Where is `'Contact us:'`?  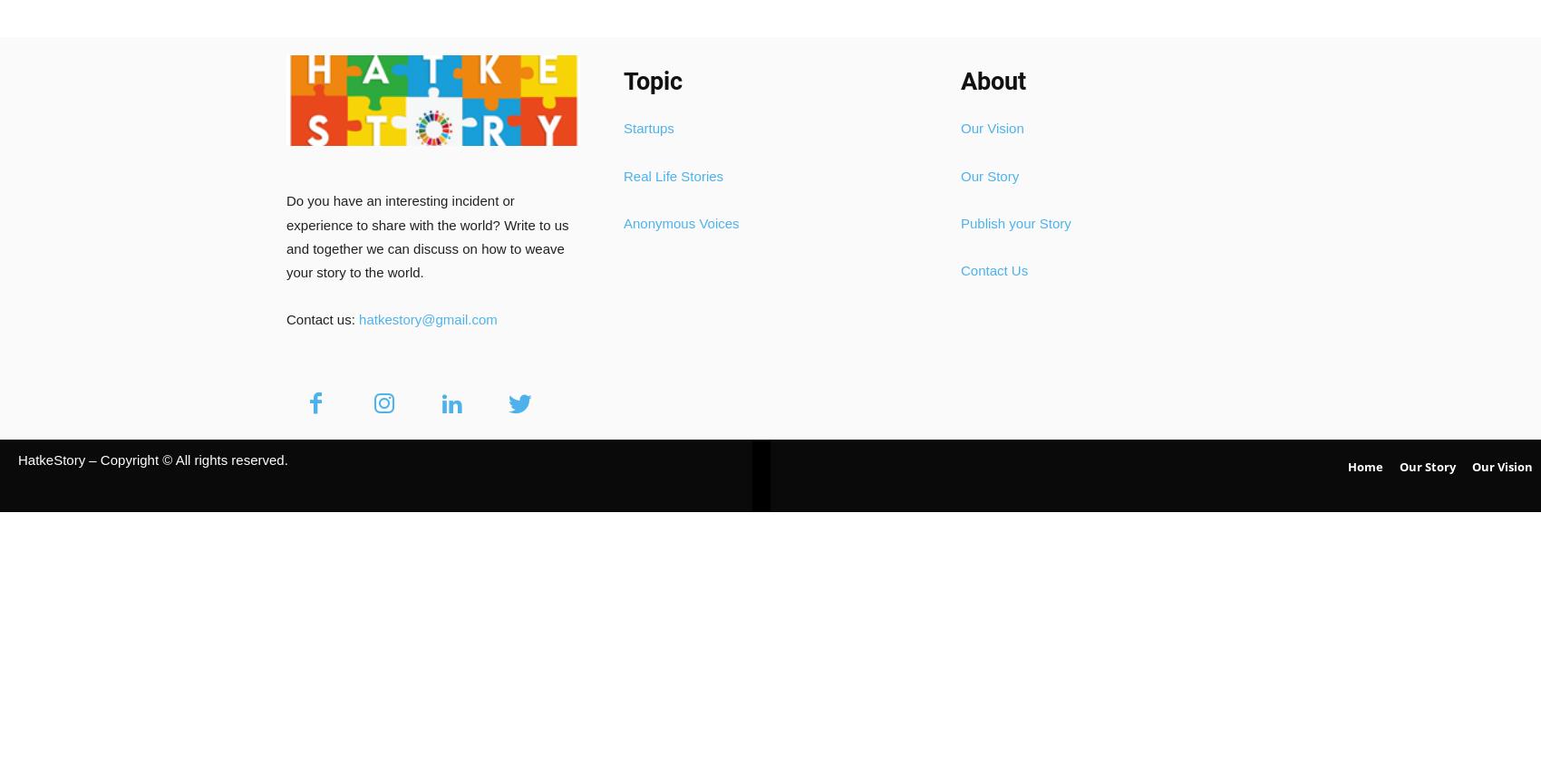 'Contact us:' is located at coordinates (321, 318).